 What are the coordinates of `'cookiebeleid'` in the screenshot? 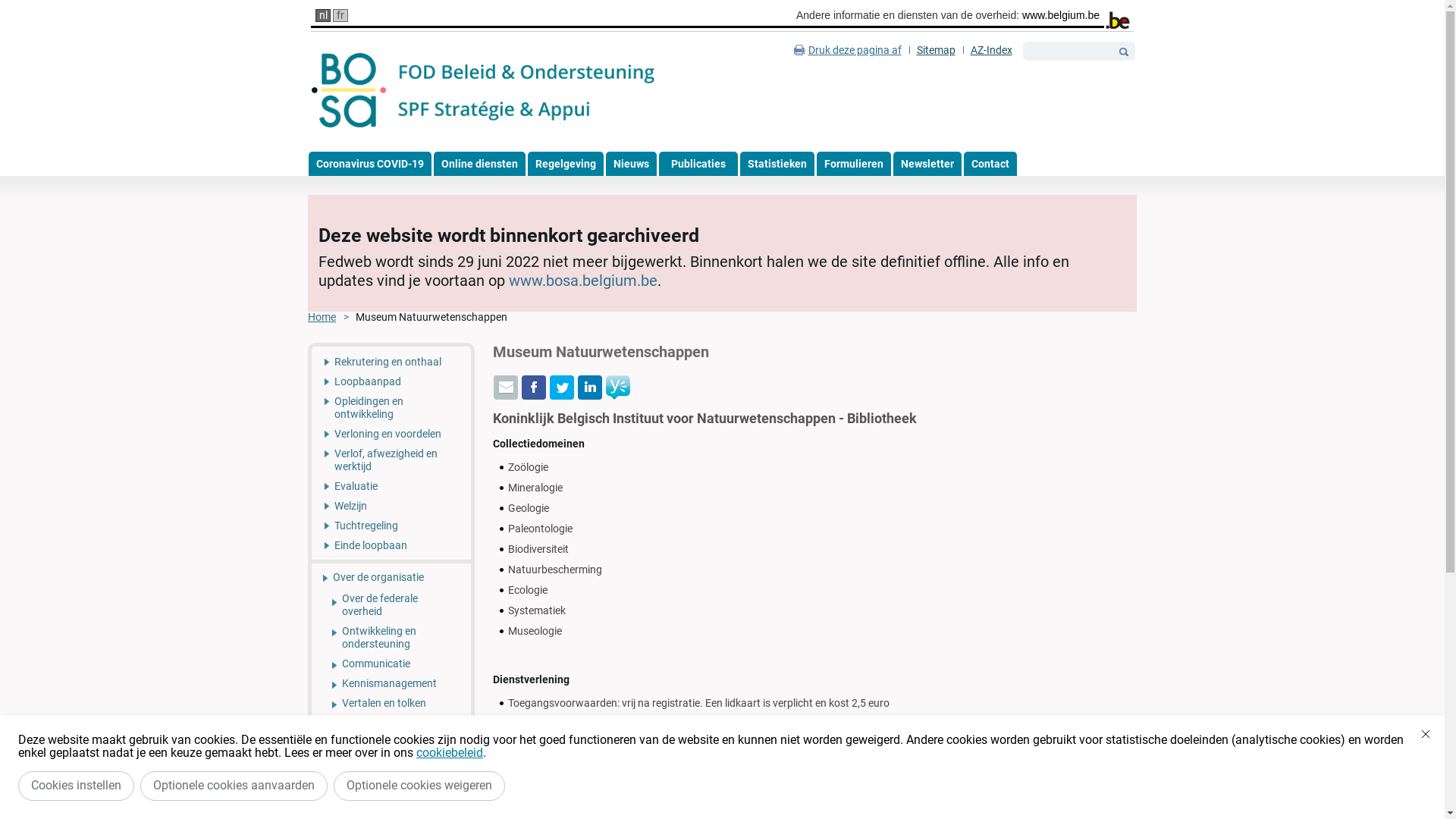 It's located at (449, 752).